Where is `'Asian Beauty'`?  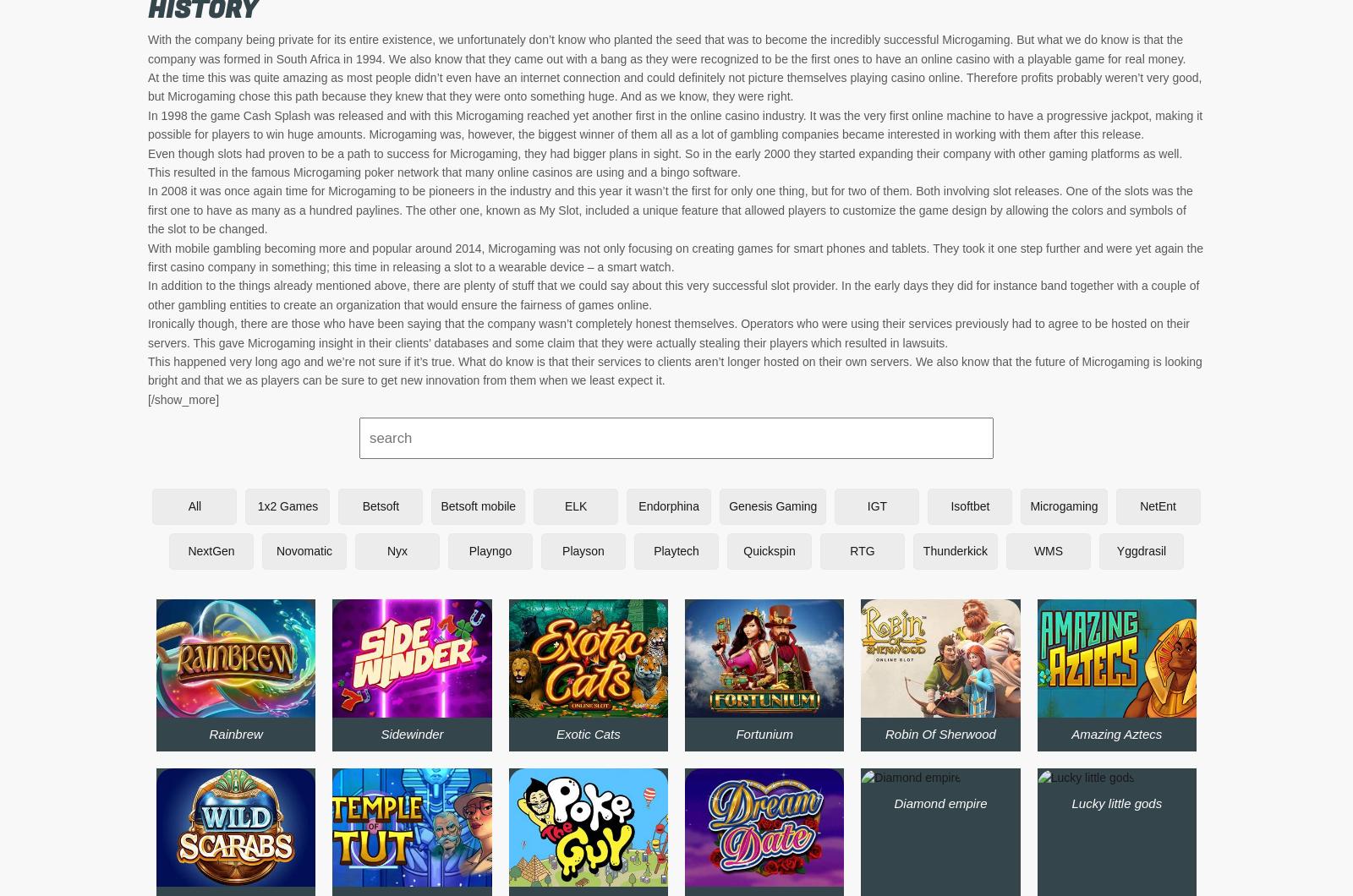
'Asian Beauty' is located at coordinates (763, 697).